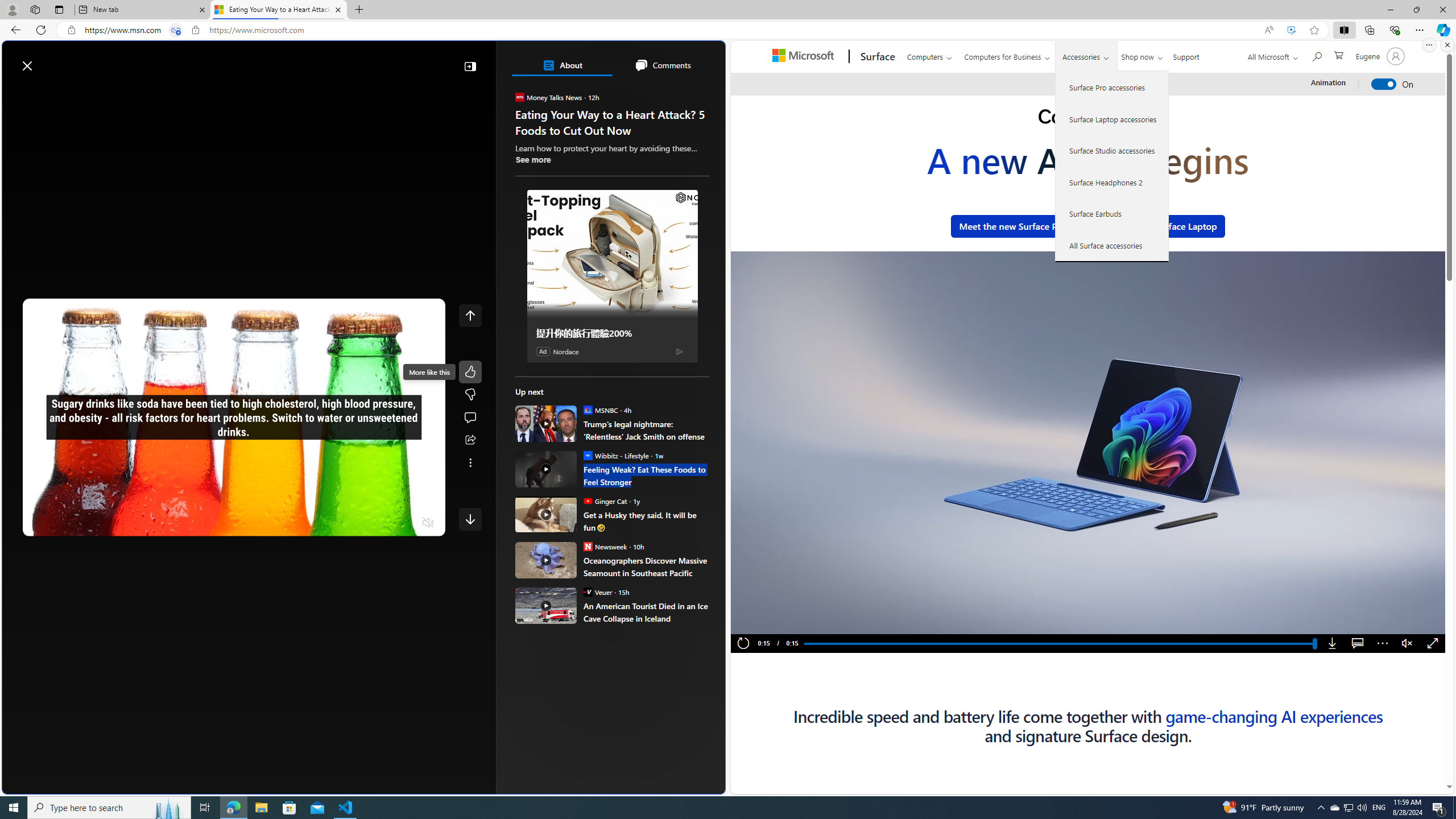 Image resolution: width=1456 pixels, height=819 pixels. I want to click on 'Close split screen.', so click(1446, 44).